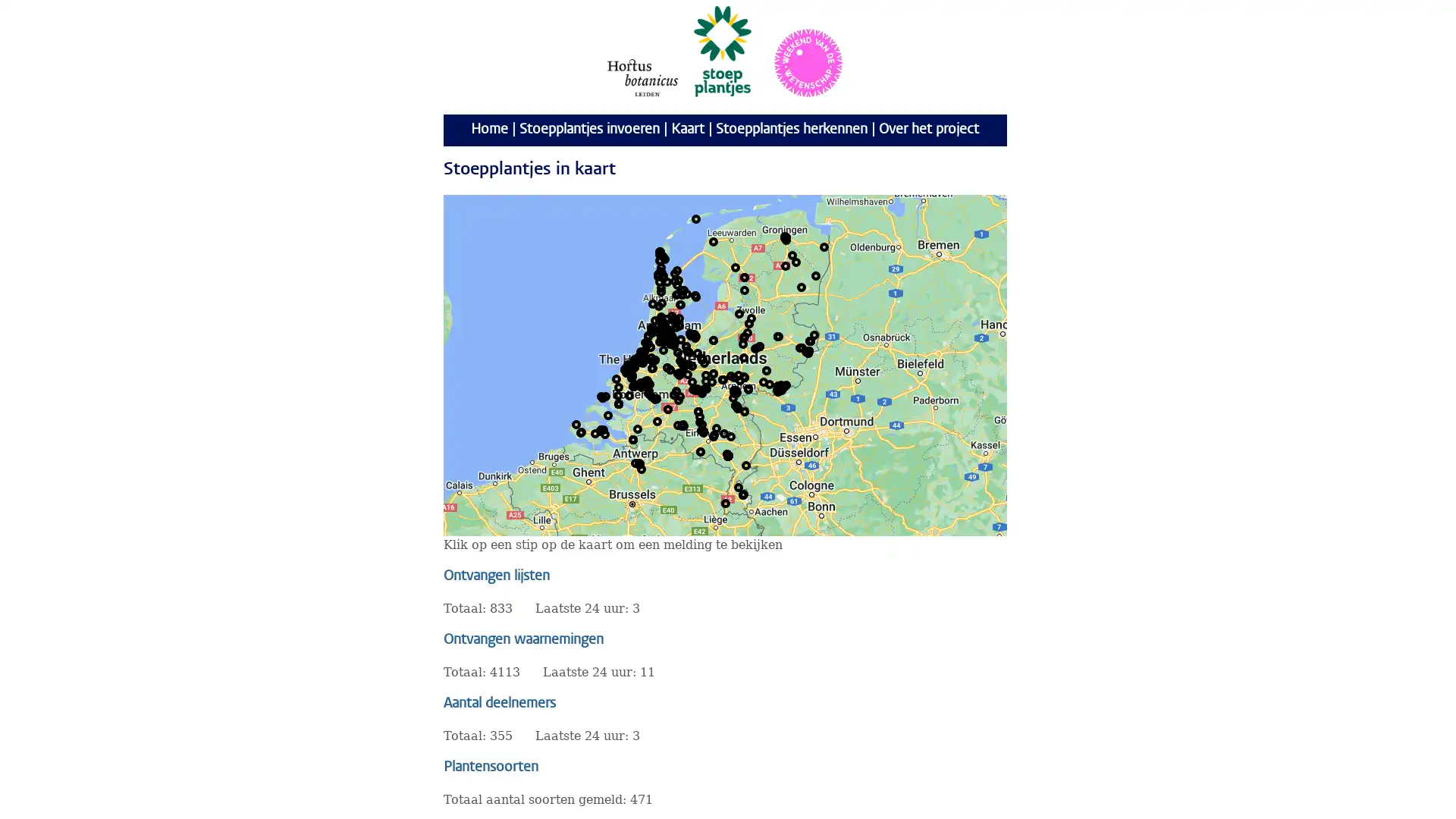 The width and height of the screenshot is (1456, 819). Describe the element at coordinates (665, 336) in the screenshot. I see `Telling van op 09 februari 2022` at that location.